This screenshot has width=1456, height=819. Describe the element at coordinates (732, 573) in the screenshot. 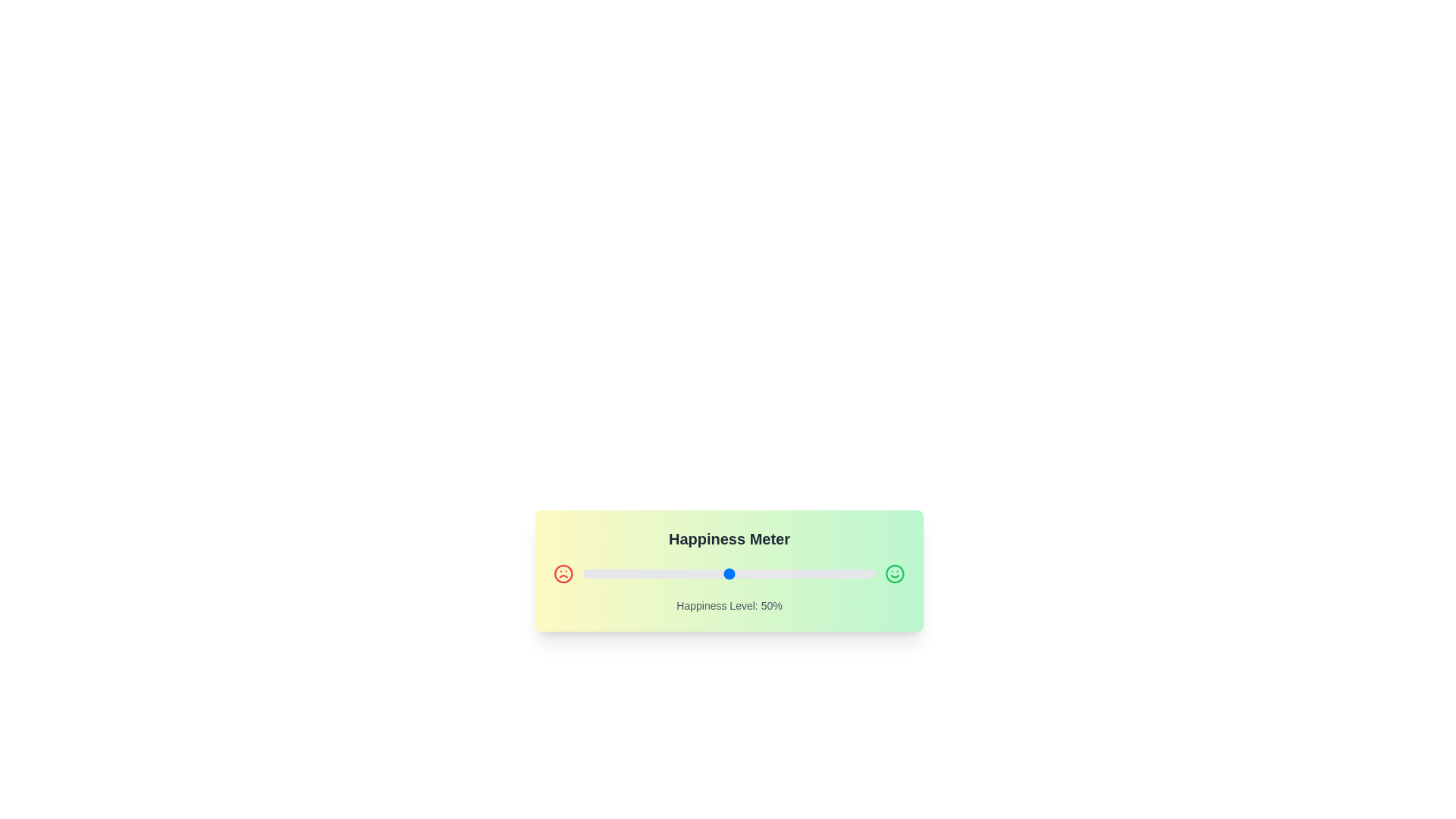

I see `the slider to set the happiness level to 51%` at that location.